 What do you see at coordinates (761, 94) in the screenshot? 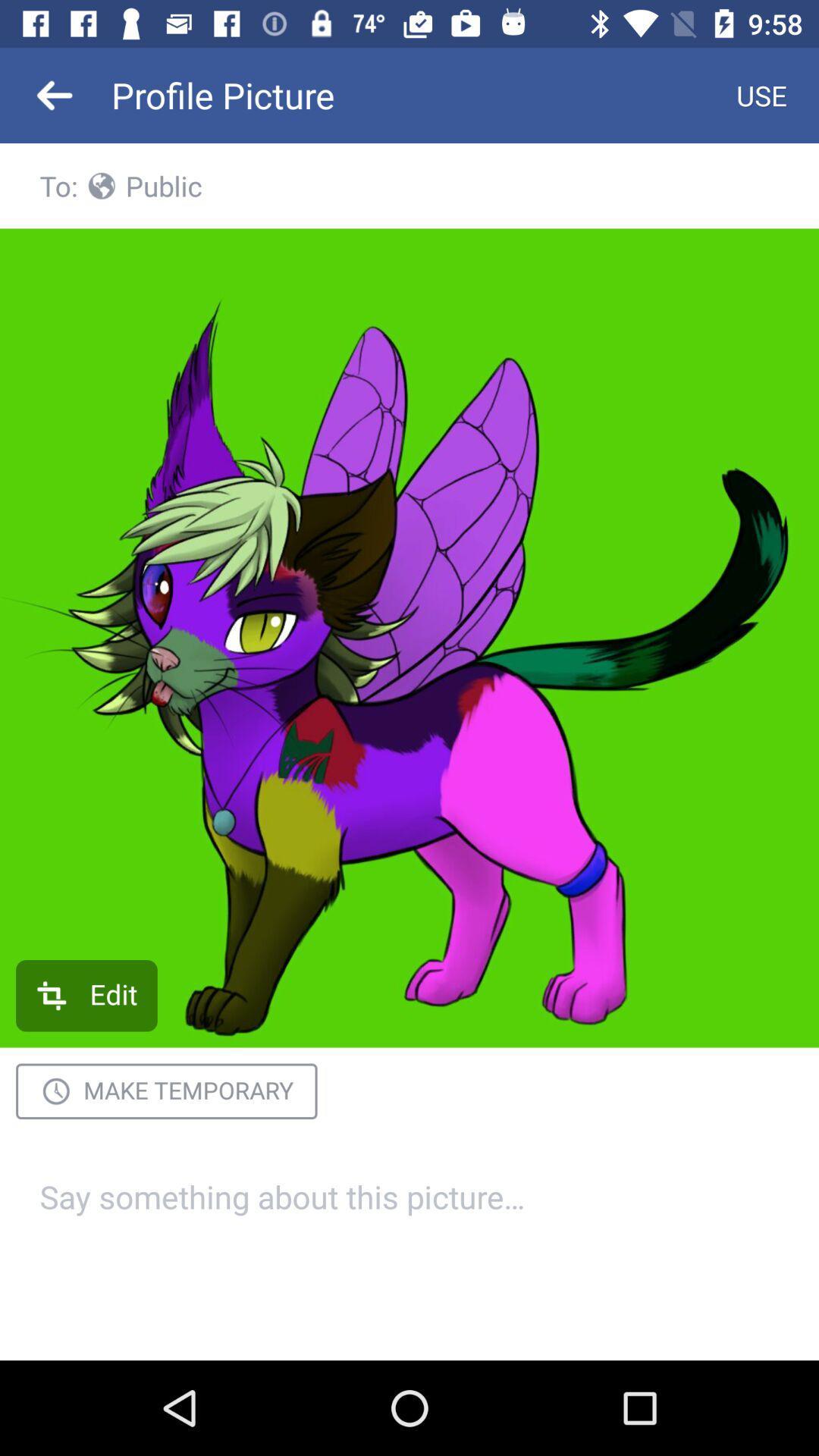
I see `item at the top right corner` at bounding box center [761, 94].